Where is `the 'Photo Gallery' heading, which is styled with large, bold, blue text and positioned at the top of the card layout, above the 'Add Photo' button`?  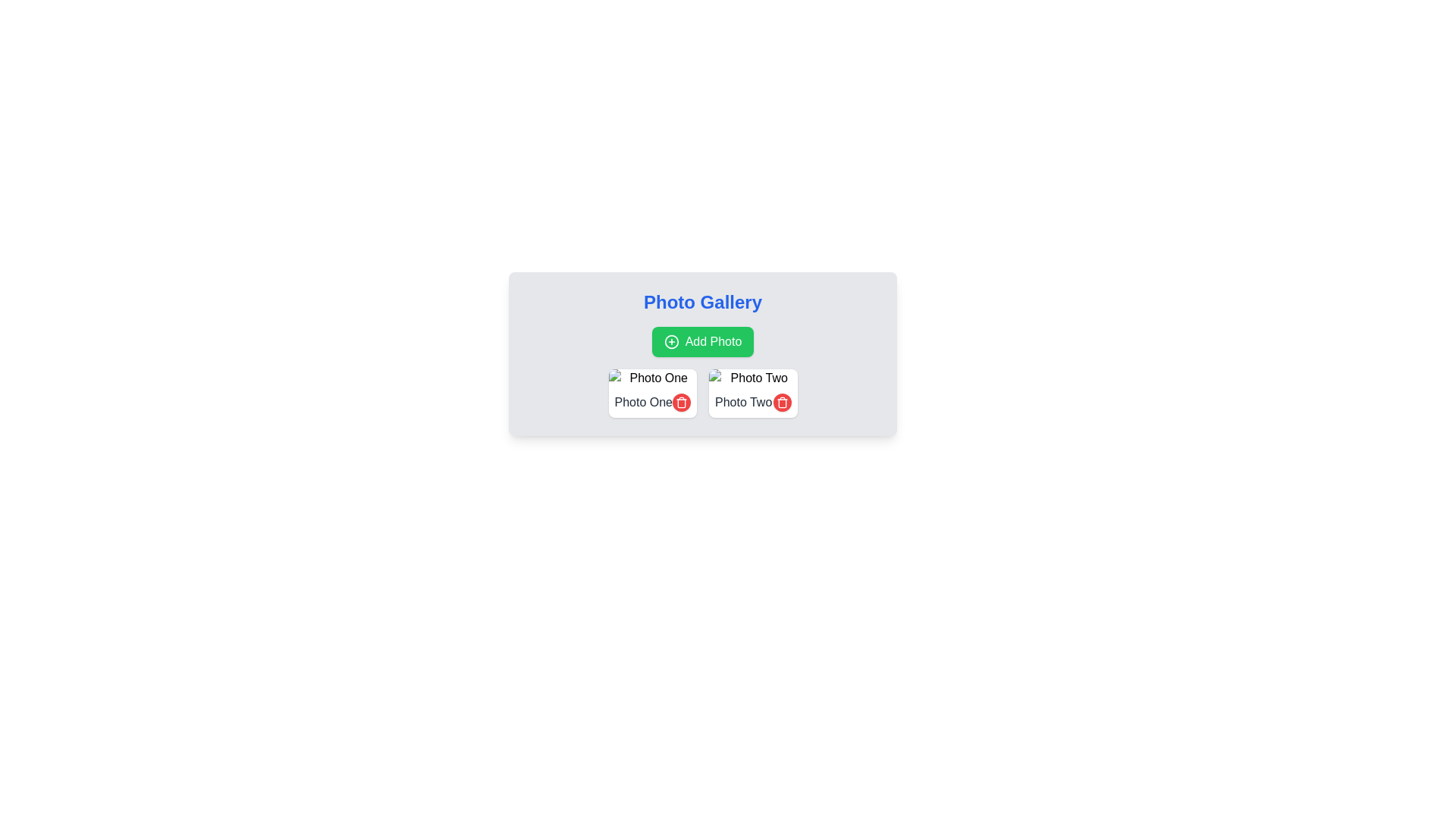 the 'Photo Gallery' heading, which is styled with large, bold, blue text and positioned at the top of the card layout, above the 'Add Photo' button is located at coordinates (701, 302).